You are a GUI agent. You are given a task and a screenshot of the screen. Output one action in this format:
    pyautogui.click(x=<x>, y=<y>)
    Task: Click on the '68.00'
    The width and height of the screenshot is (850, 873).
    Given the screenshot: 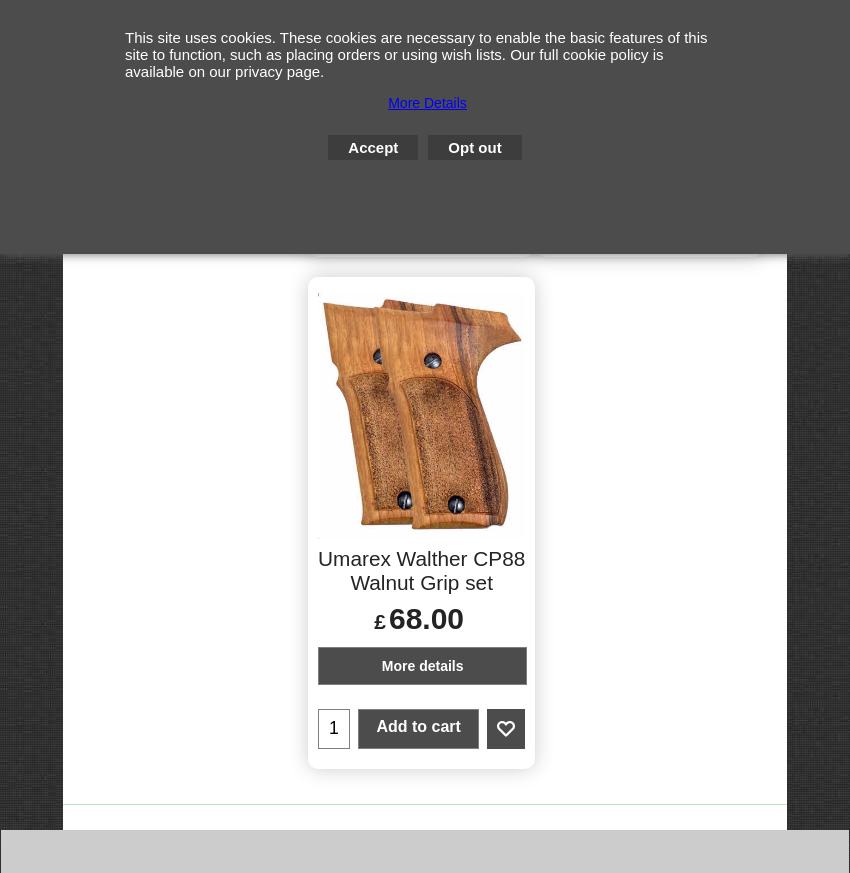 What is the action you would take?
    pyautogui.click(x=388, y=617)
    